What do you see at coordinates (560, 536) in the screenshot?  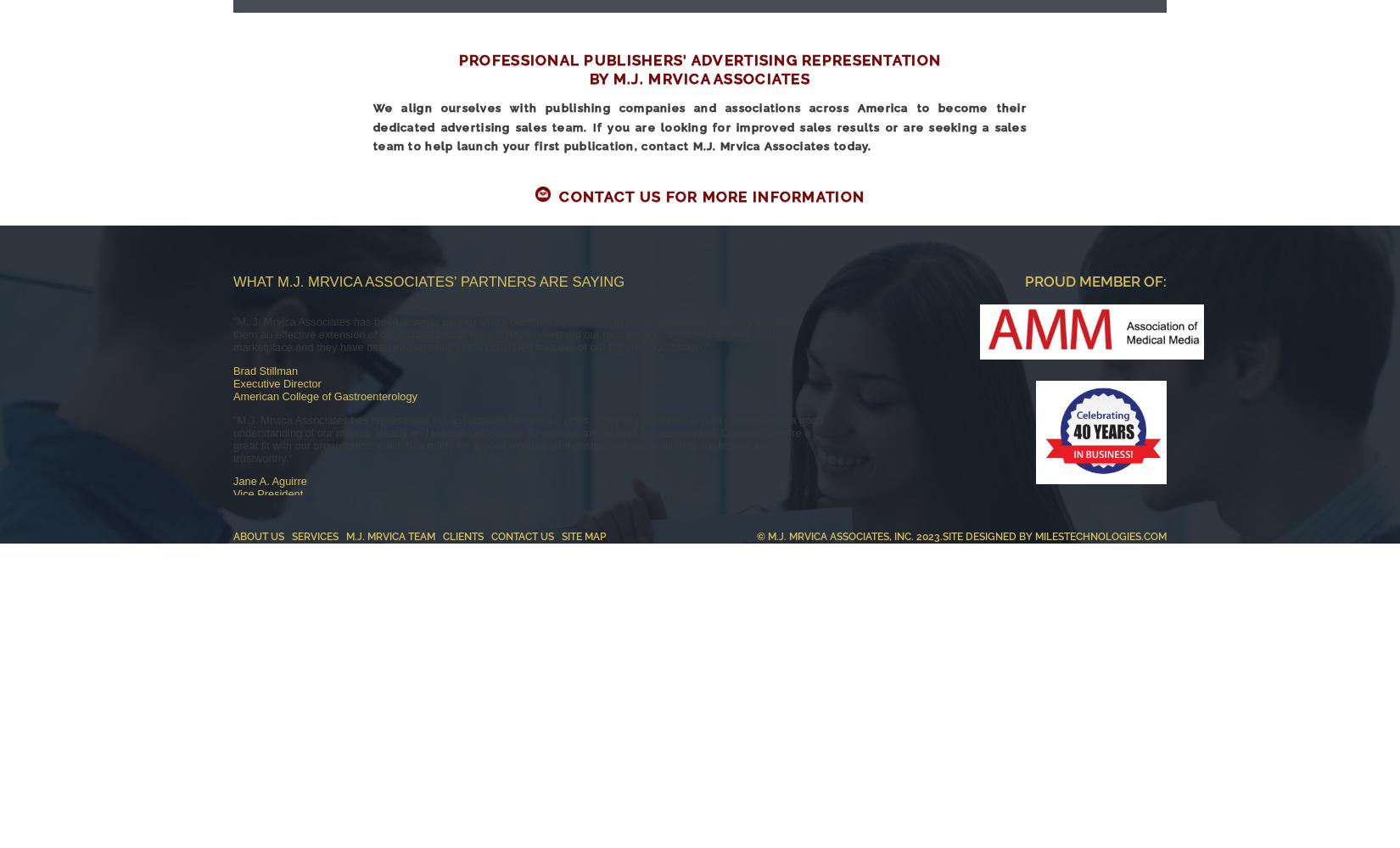 I see `'Site Map'` at bounding box center [560, 536].